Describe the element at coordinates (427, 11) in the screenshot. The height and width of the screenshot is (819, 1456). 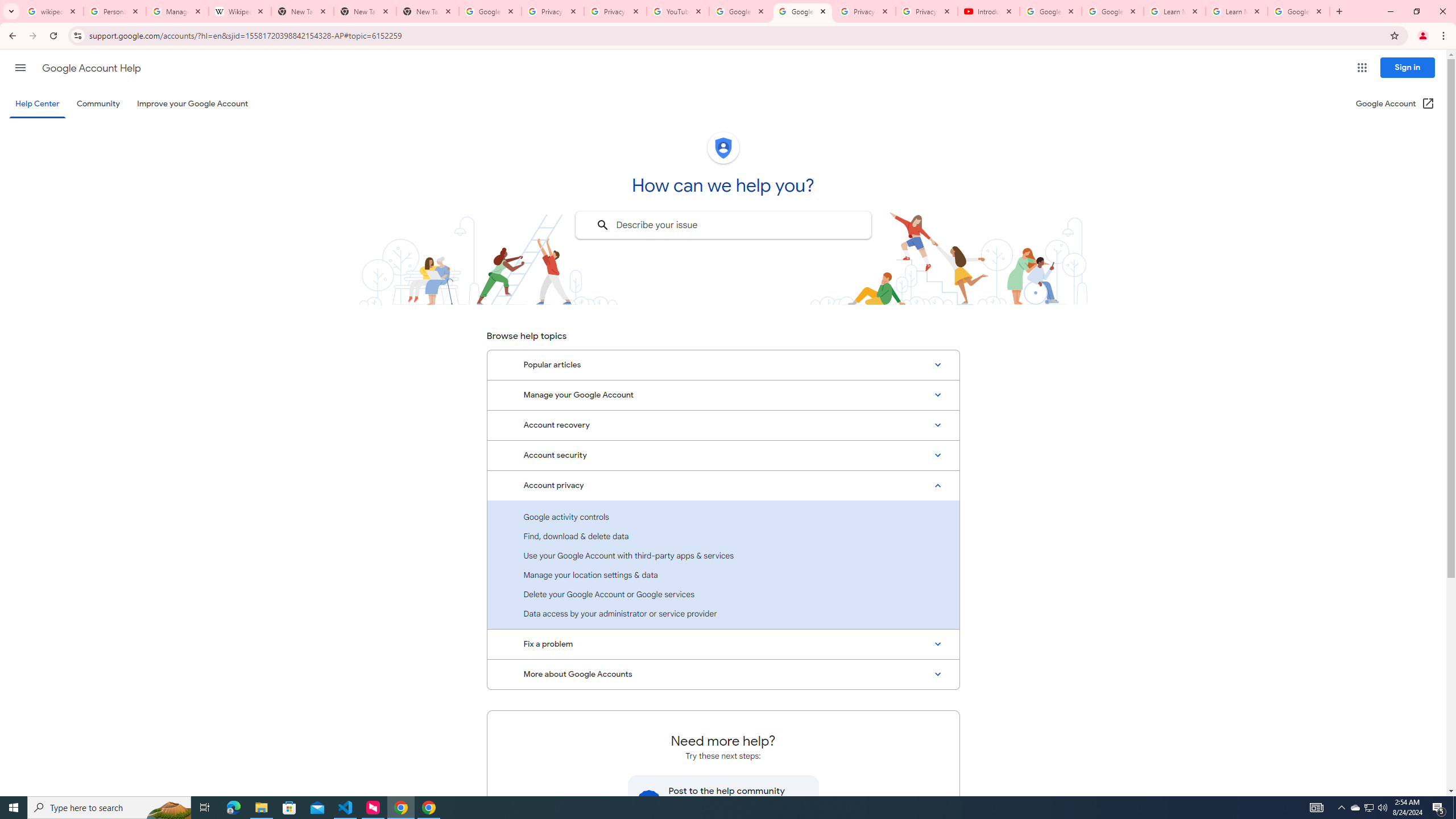
I see `'New Tab'` at that location.